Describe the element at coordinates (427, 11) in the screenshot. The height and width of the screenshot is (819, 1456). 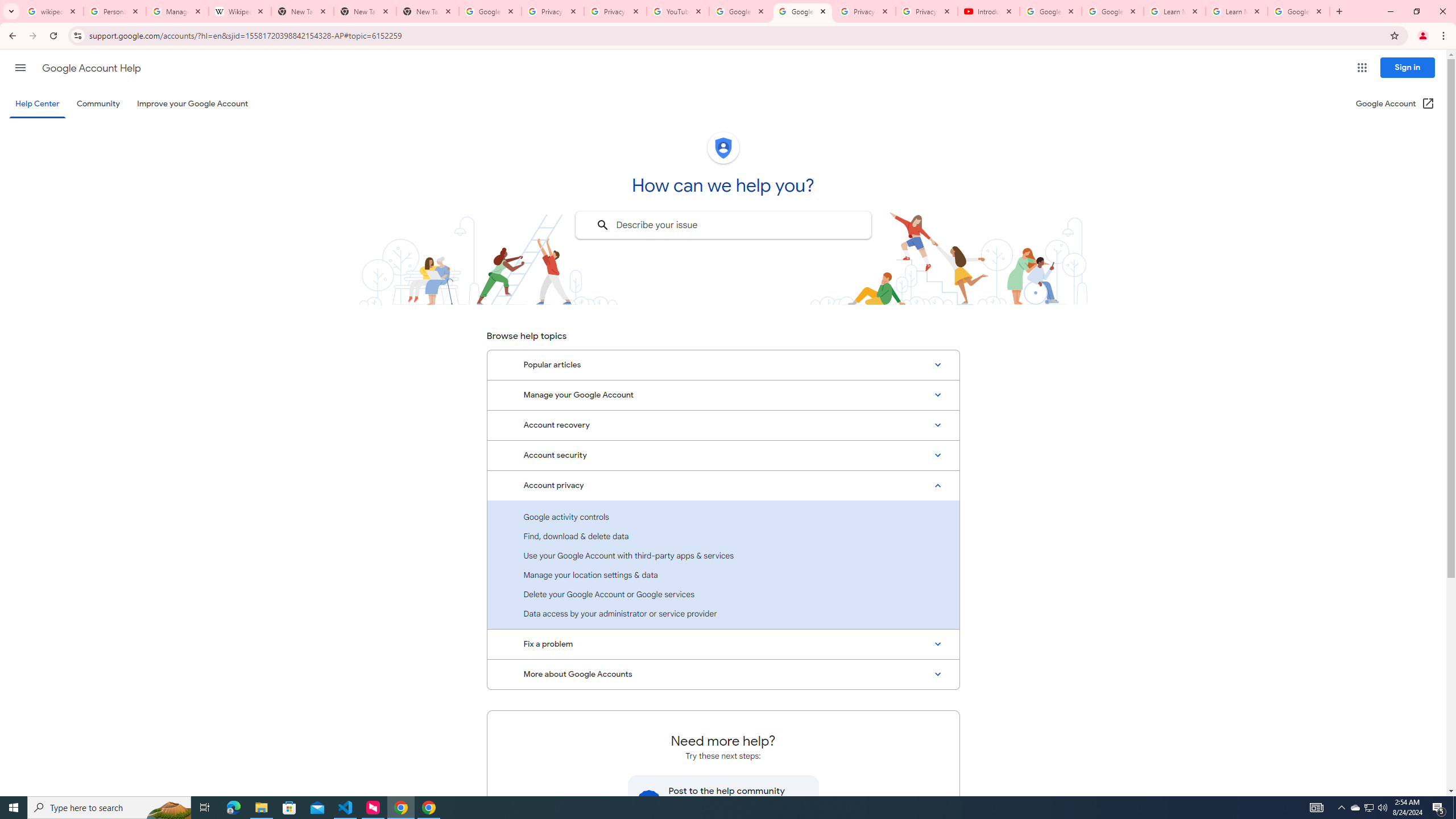
I see `'New Tab'` at that location.